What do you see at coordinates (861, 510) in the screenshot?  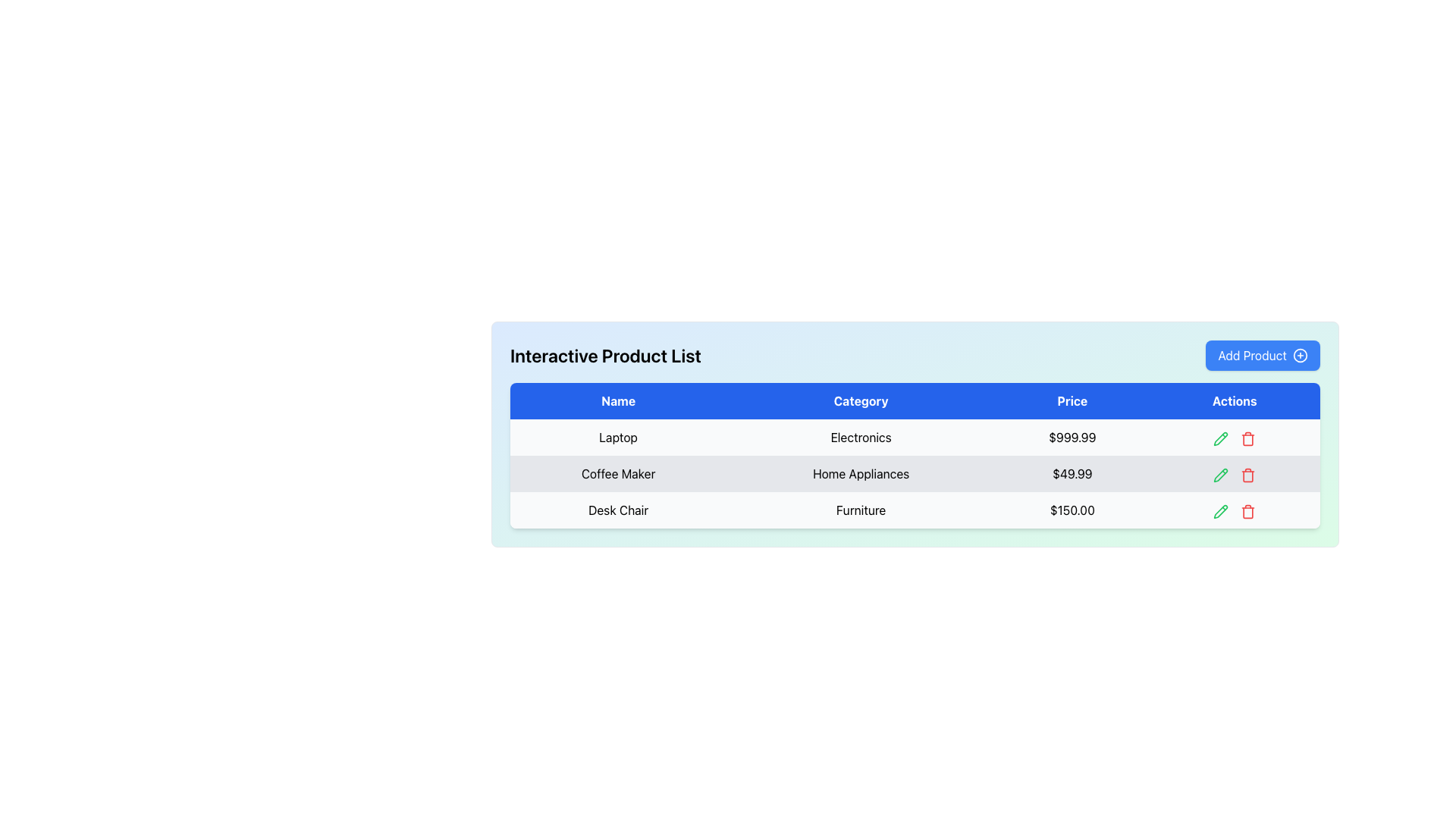 I see `the 'Furniture' text label in the third row of the table under the 'Category' column` at bounding box center [861, 510].